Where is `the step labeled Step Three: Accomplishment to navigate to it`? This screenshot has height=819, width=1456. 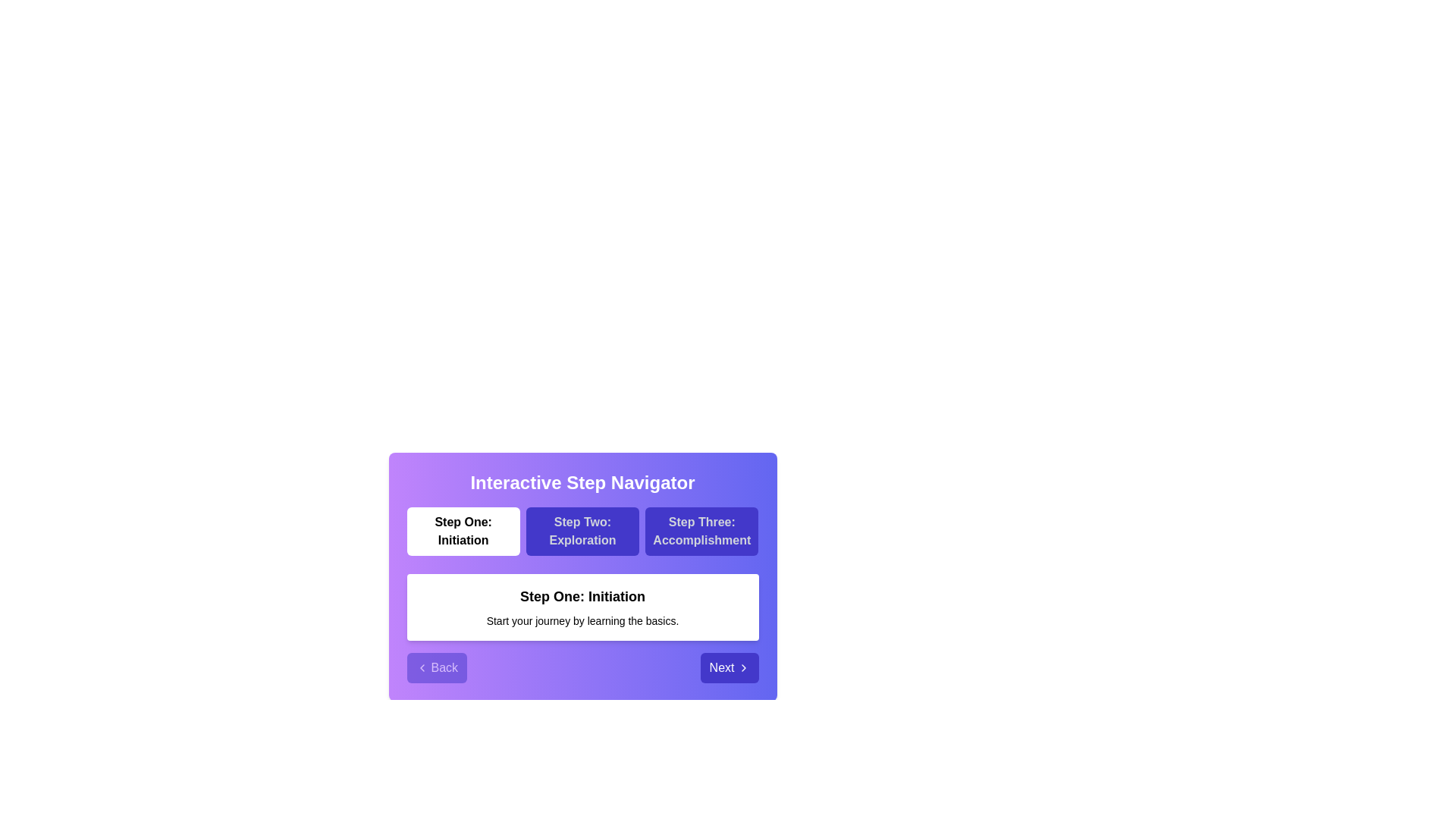
the step labeled Step Three: Accomplishment to navigate to it is located at coordinates (701, 531).